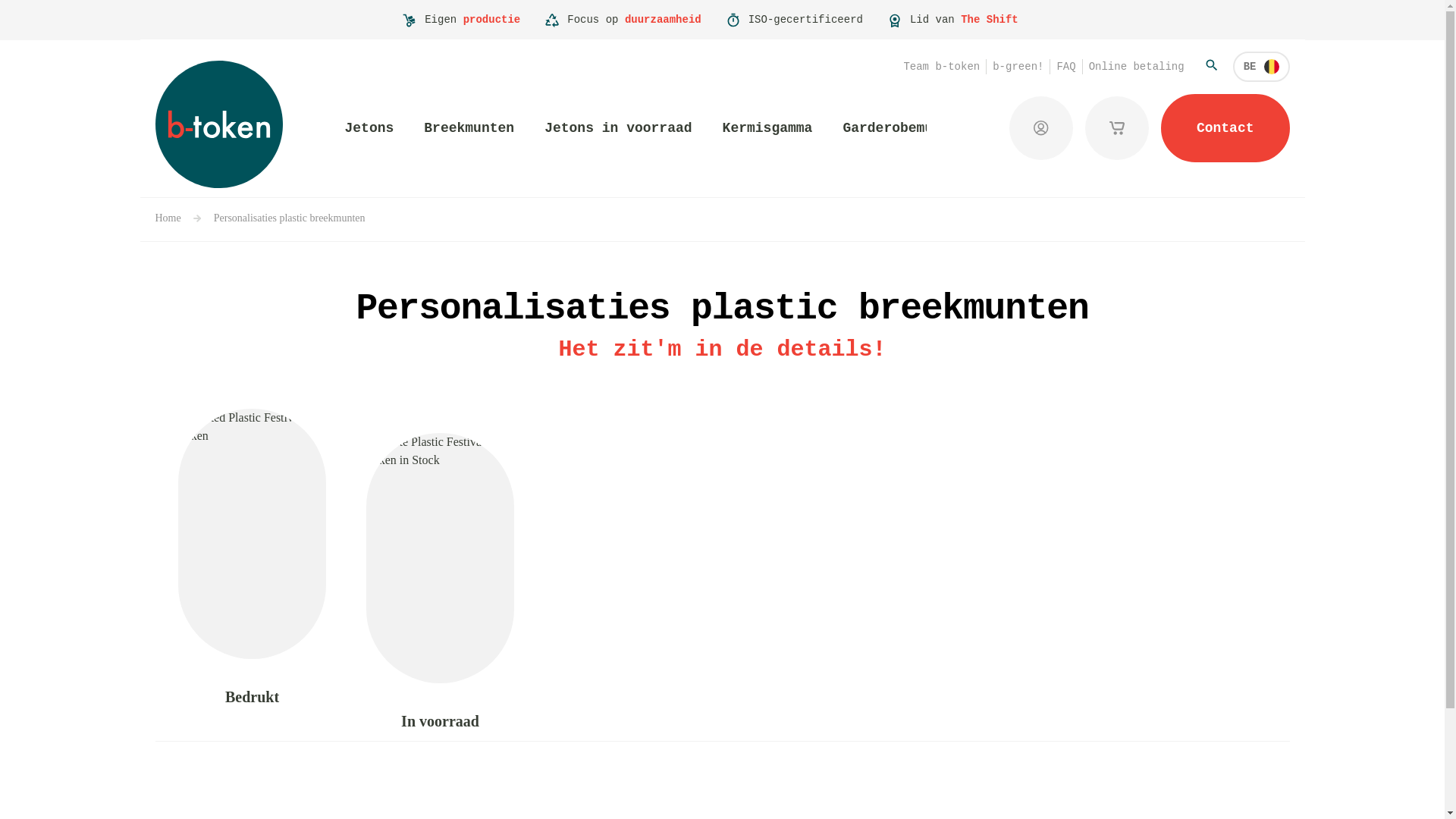  What do you see at coordinates (940, 66) in the screenshot?
I see `'Team b-token'` at bounding box center [940, 66].